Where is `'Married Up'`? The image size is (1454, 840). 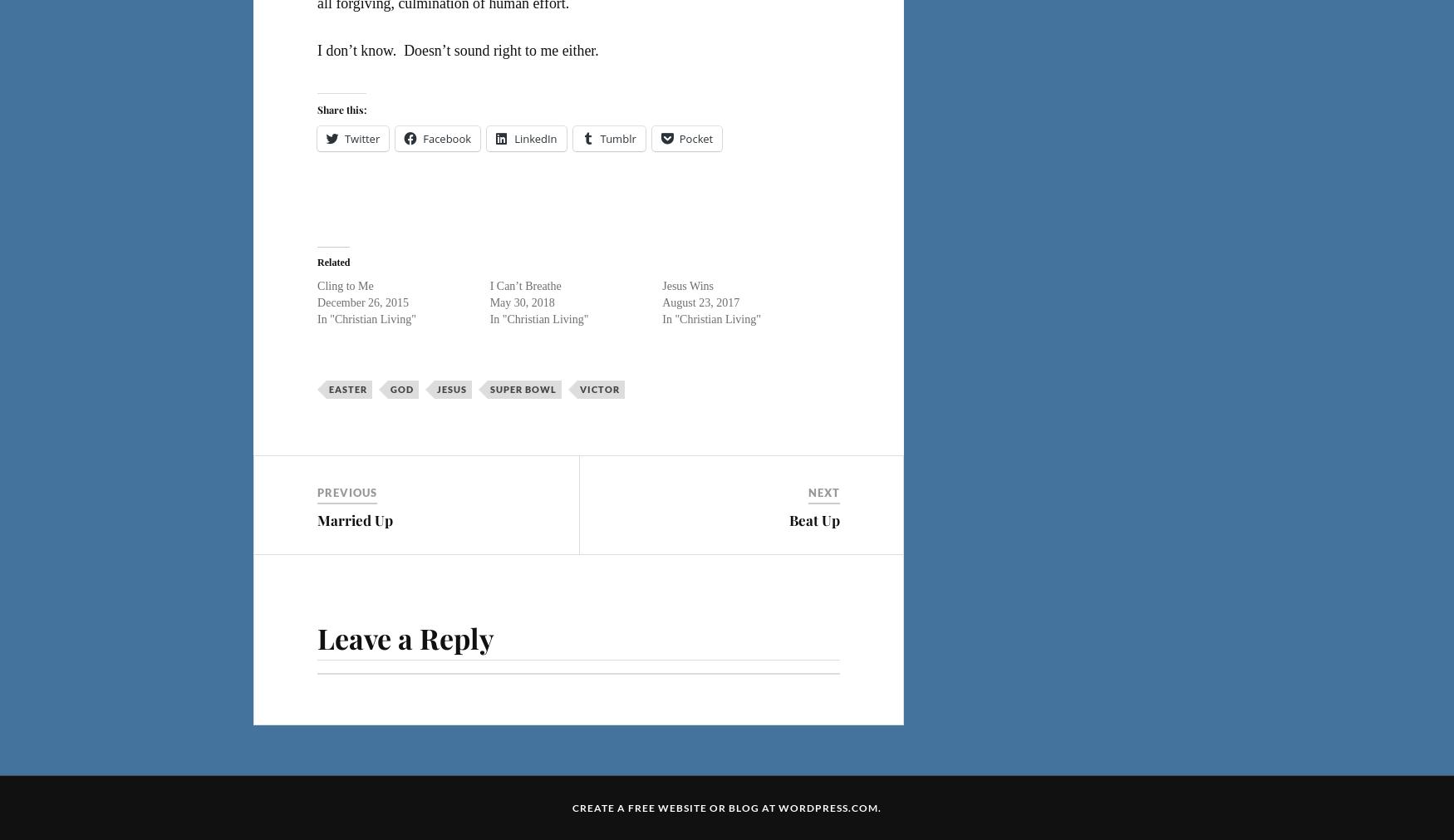 'Married Up' is located at coordinates (354, 520).